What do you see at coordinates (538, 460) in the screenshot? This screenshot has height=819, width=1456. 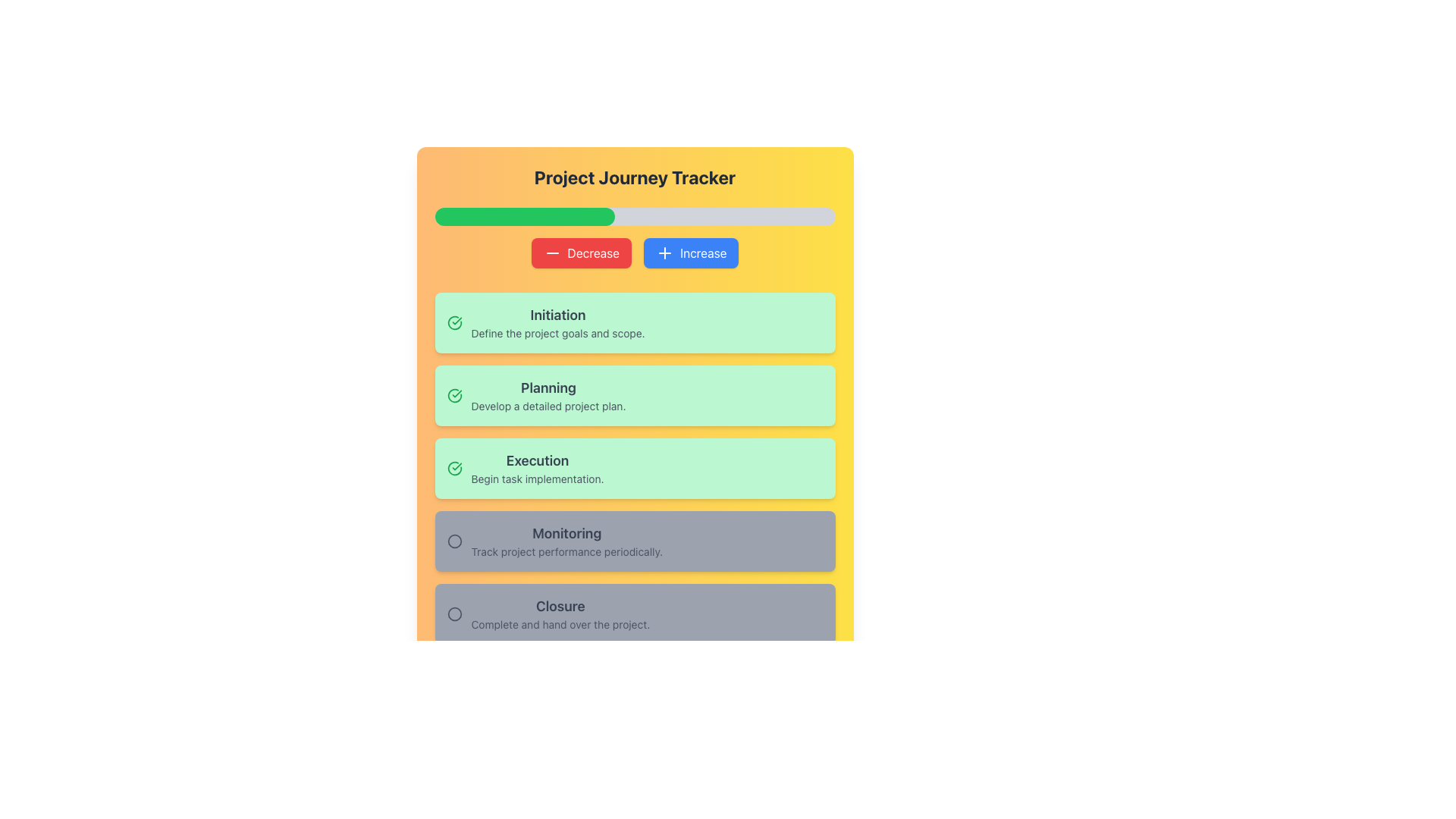 I see `the 'Execution' phase title text label located centrally in the third card of the 'Project Journey Tracker' list, which is positioned above the description text 'Begin task implementation.'` at bounding box center [538, 460].